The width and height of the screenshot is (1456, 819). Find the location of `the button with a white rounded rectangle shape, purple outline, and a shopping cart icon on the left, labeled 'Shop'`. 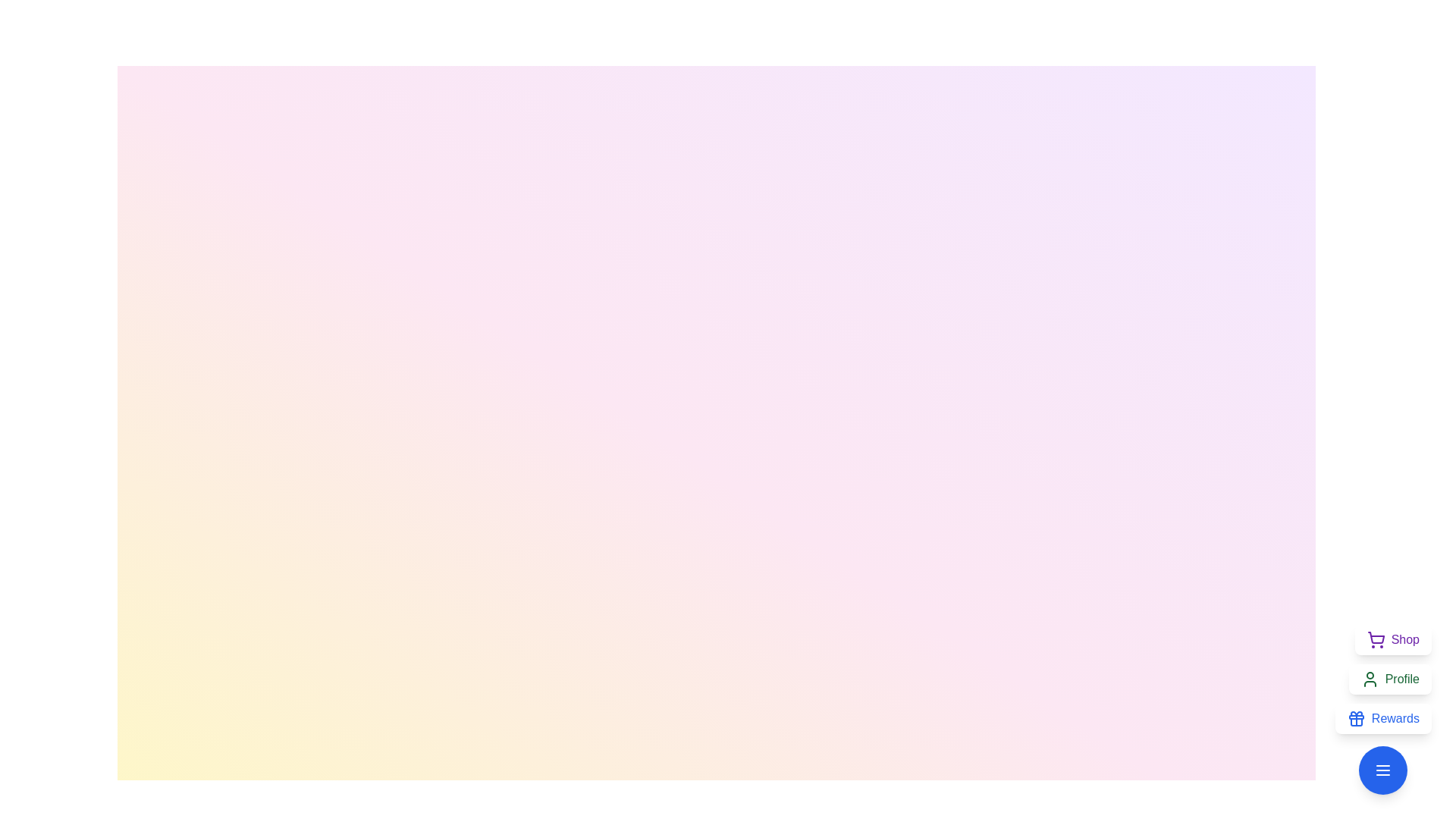

the button with a white rounded rectangle shape, purple outline, and a shopping cart icon on the left, labeled 'Shop' is located at coordinates (1393, 640).